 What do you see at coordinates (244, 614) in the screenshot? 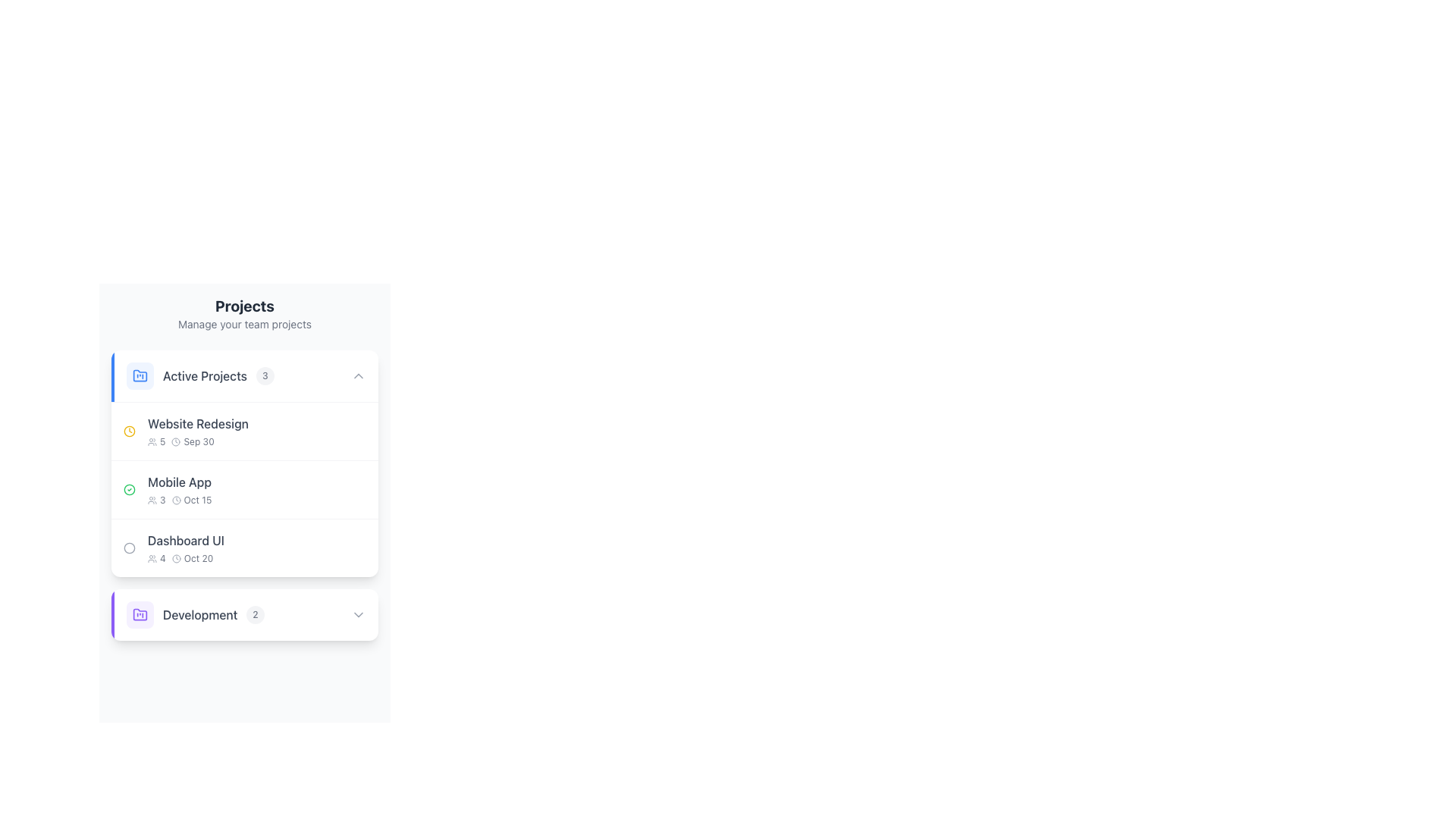
I see `the 'Development' list item card, which has a purple edge and contains a numeric badge` at bounding box center [244, 614].